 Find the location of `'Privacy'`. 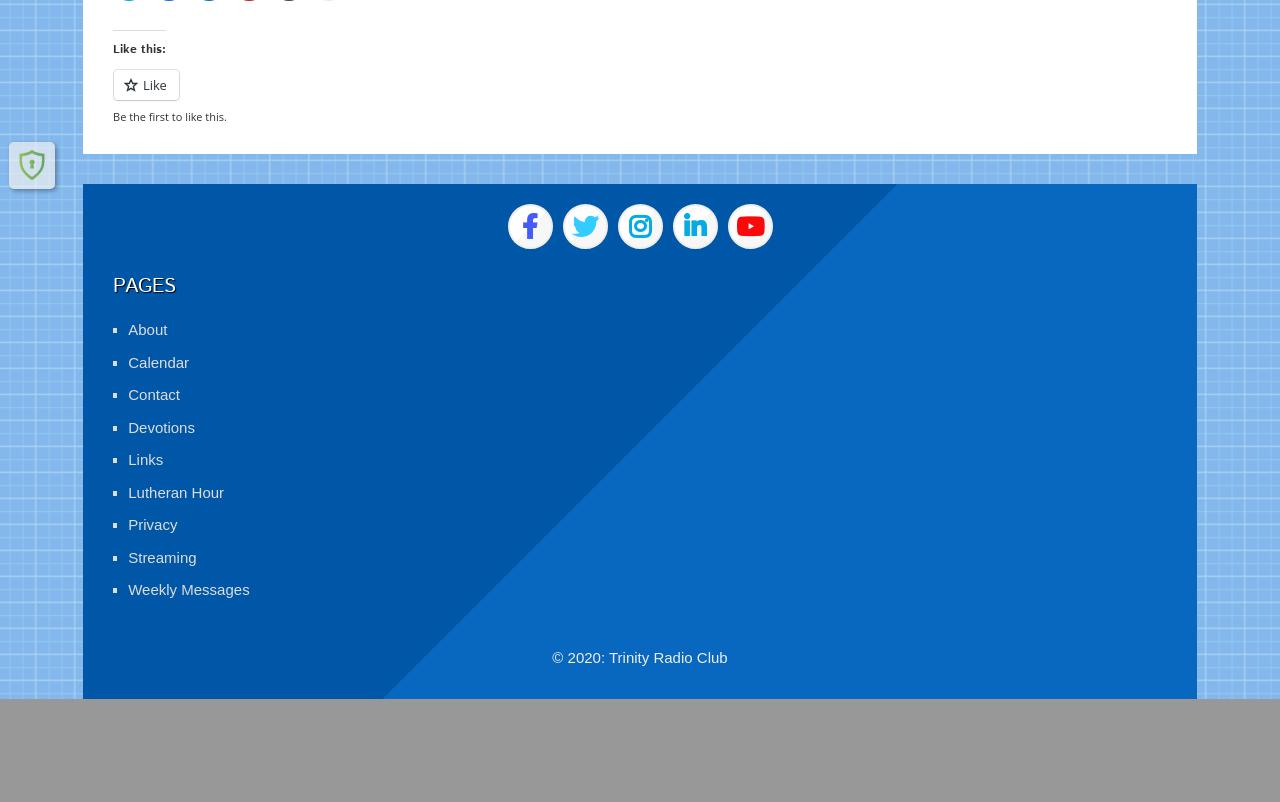

'Privacy' is located at coordinates (127, 501).